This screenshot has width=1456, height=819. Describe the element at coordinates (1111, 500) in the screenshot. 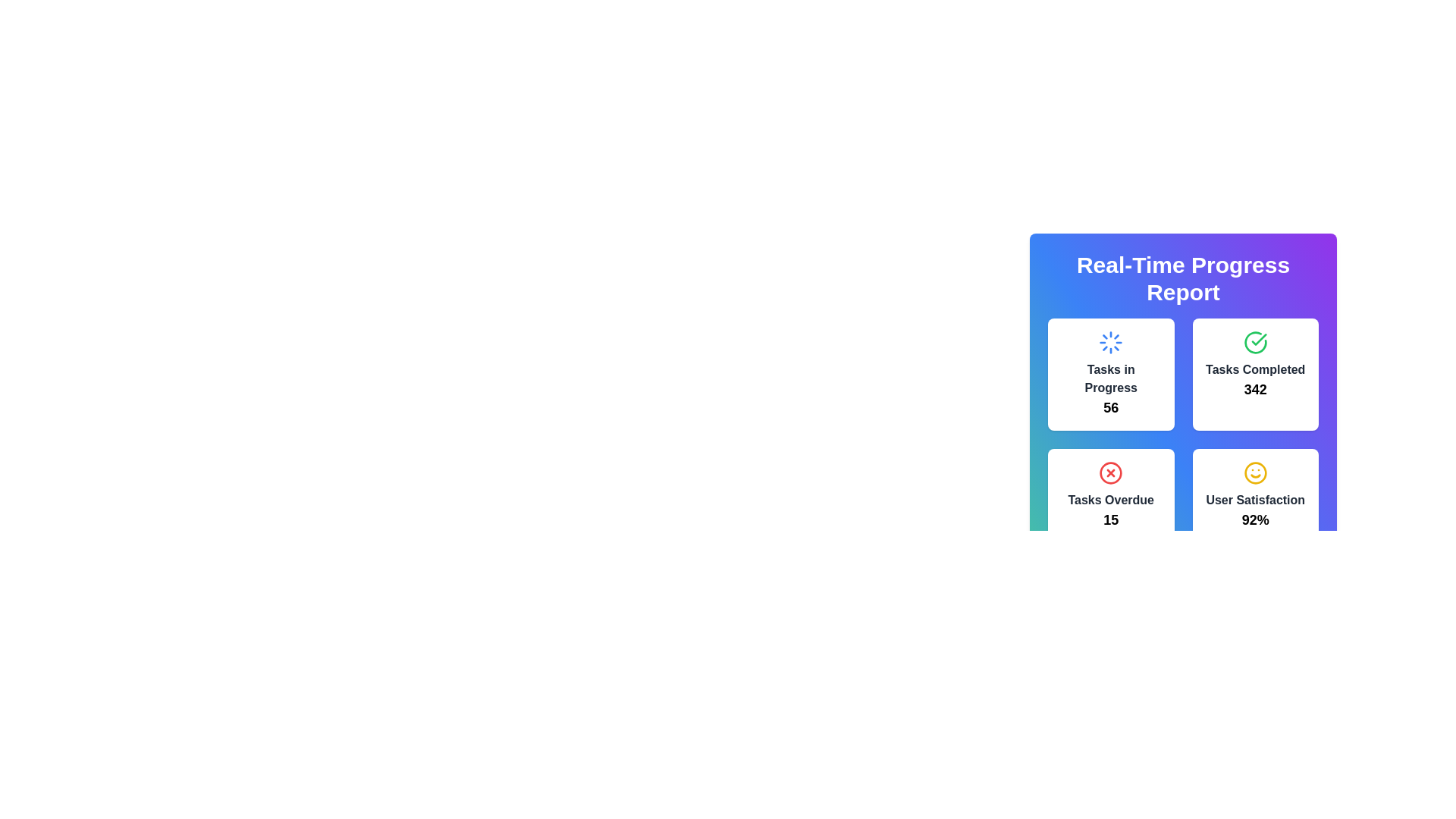

I see `text displayed in the 'Tasks Overdue' label, which is bold and dark gray, centered in the 'Real-Time Progress Report' section` at that location.